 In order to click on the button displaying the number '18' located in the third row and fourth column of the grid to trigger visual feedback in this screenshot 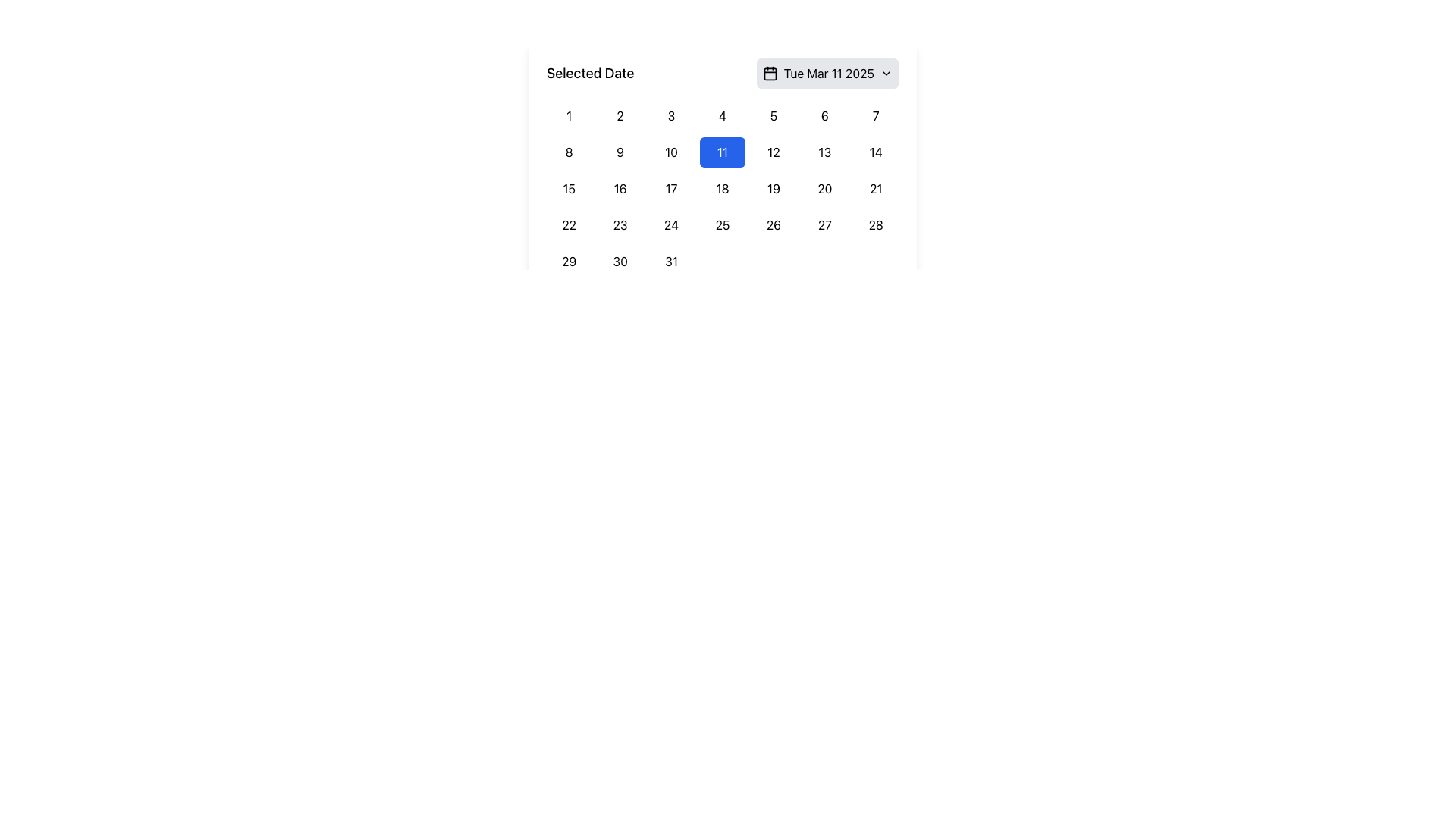, I will do `click(721, 188)`.